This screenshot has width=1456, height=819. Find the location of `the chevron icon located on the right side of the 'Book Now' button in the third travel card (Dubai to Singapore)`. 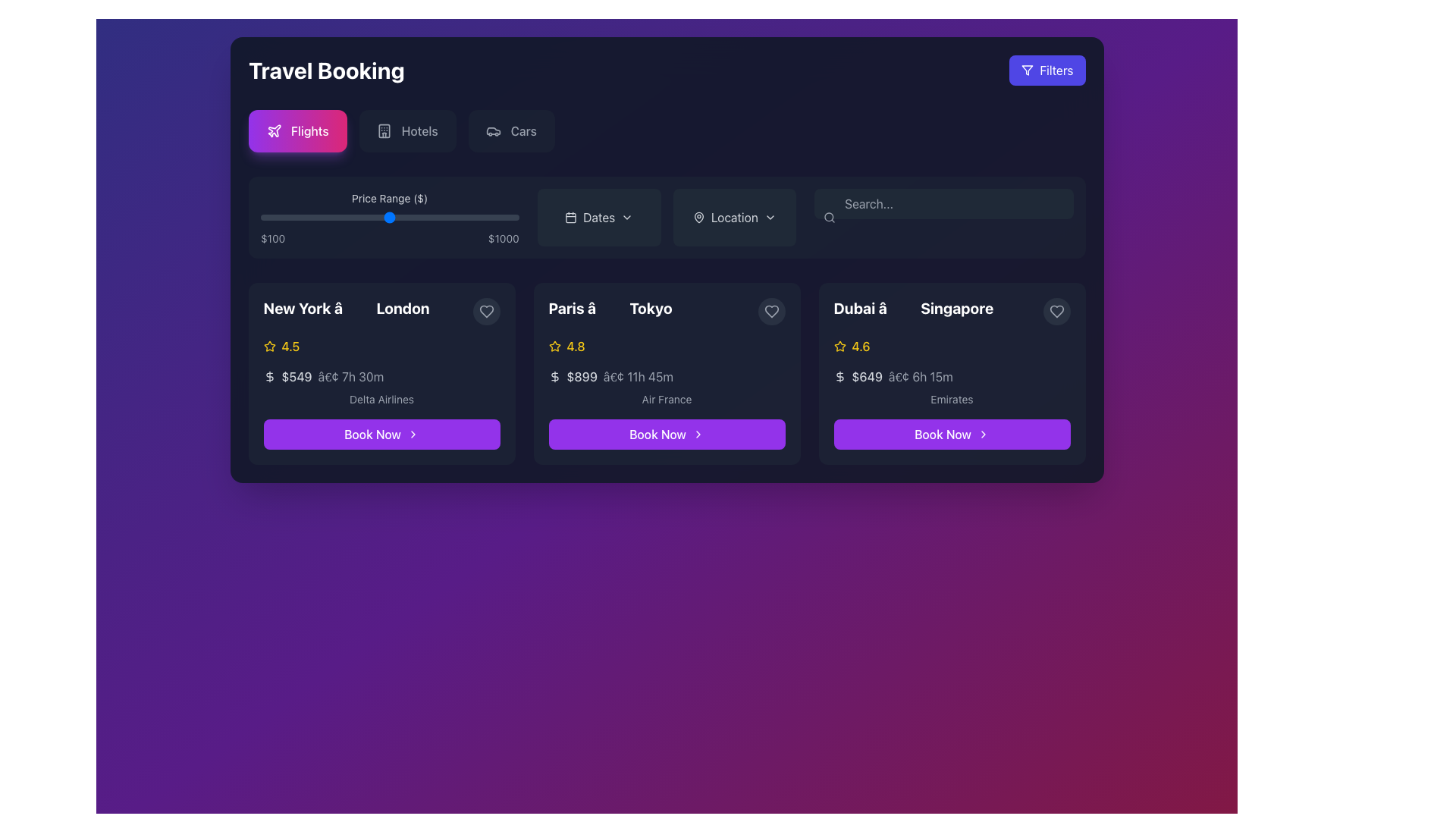

the chevron icon located on the right side of the 'Book Now' button in the third travel card (Dubai to Singapore) is located at coordinates (983, 435).